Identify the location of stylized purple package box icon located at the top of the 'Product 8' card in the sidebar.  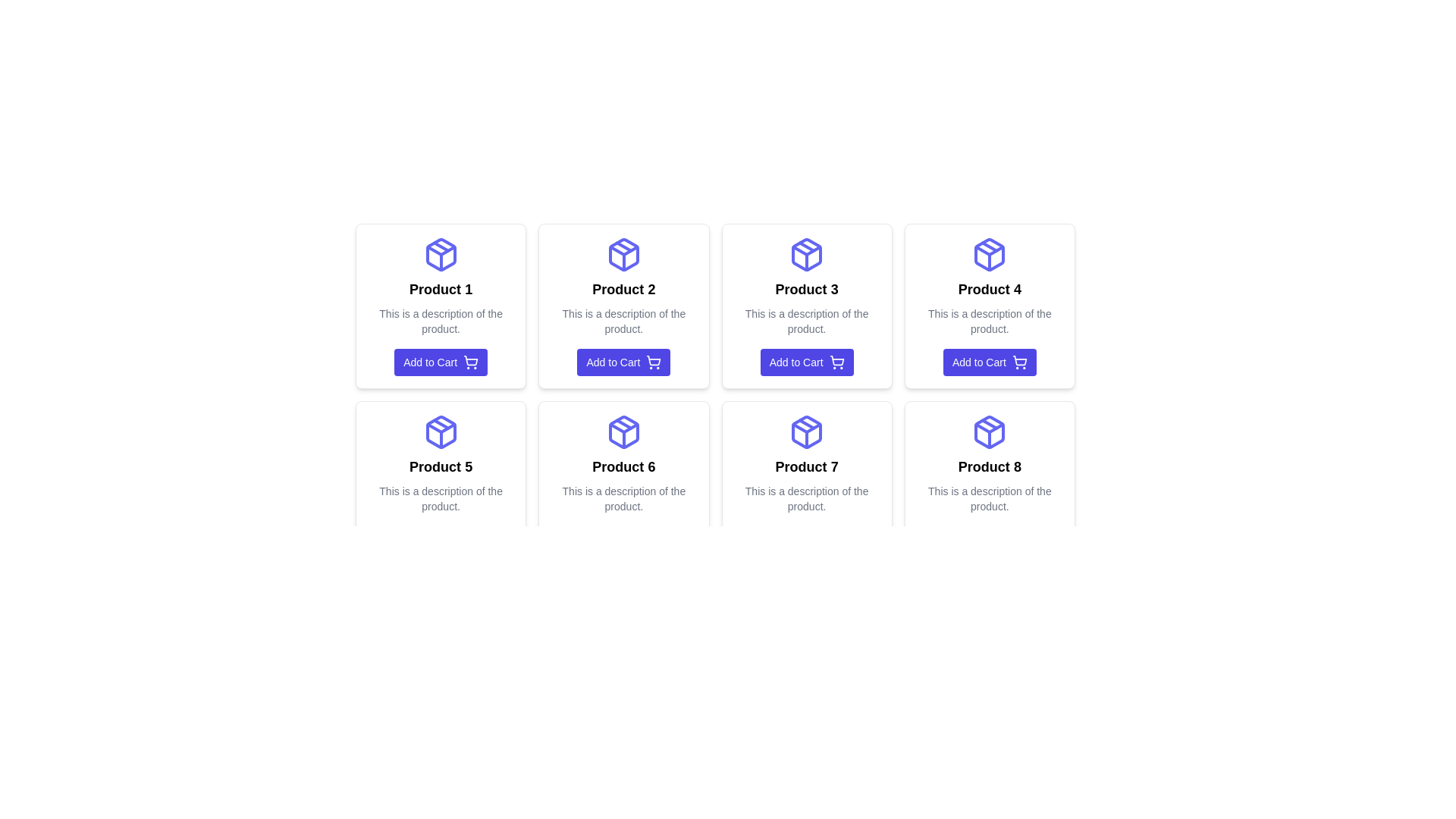
(990, 432).